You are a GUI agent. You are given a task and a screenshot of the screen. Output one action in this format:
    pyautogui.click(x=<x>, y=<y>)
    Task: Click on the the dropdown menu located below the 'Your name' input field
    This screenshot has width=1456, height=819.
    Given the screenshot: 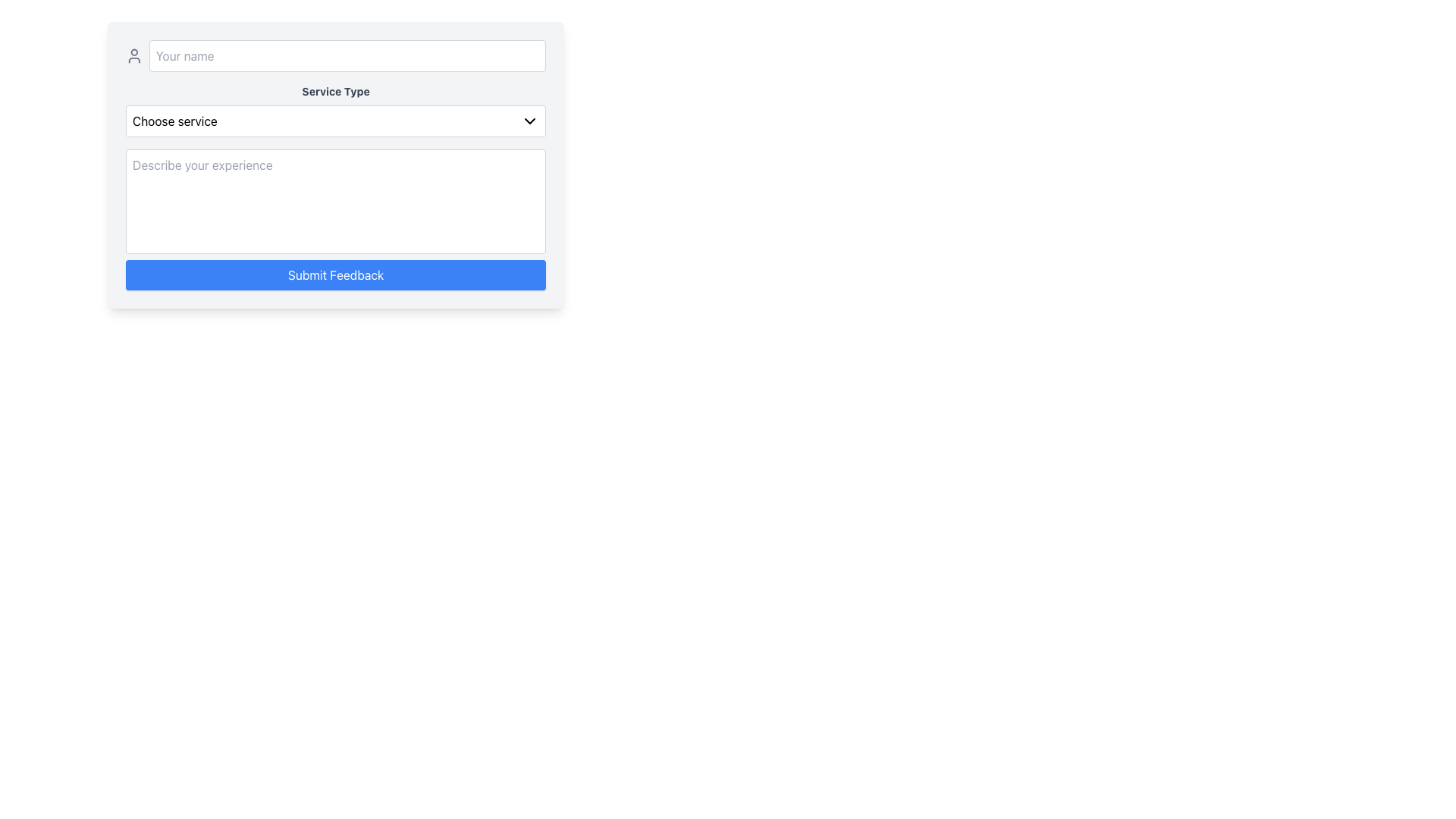 What is the action you would take?
    pyautogui.click(x=335, y=110)
    